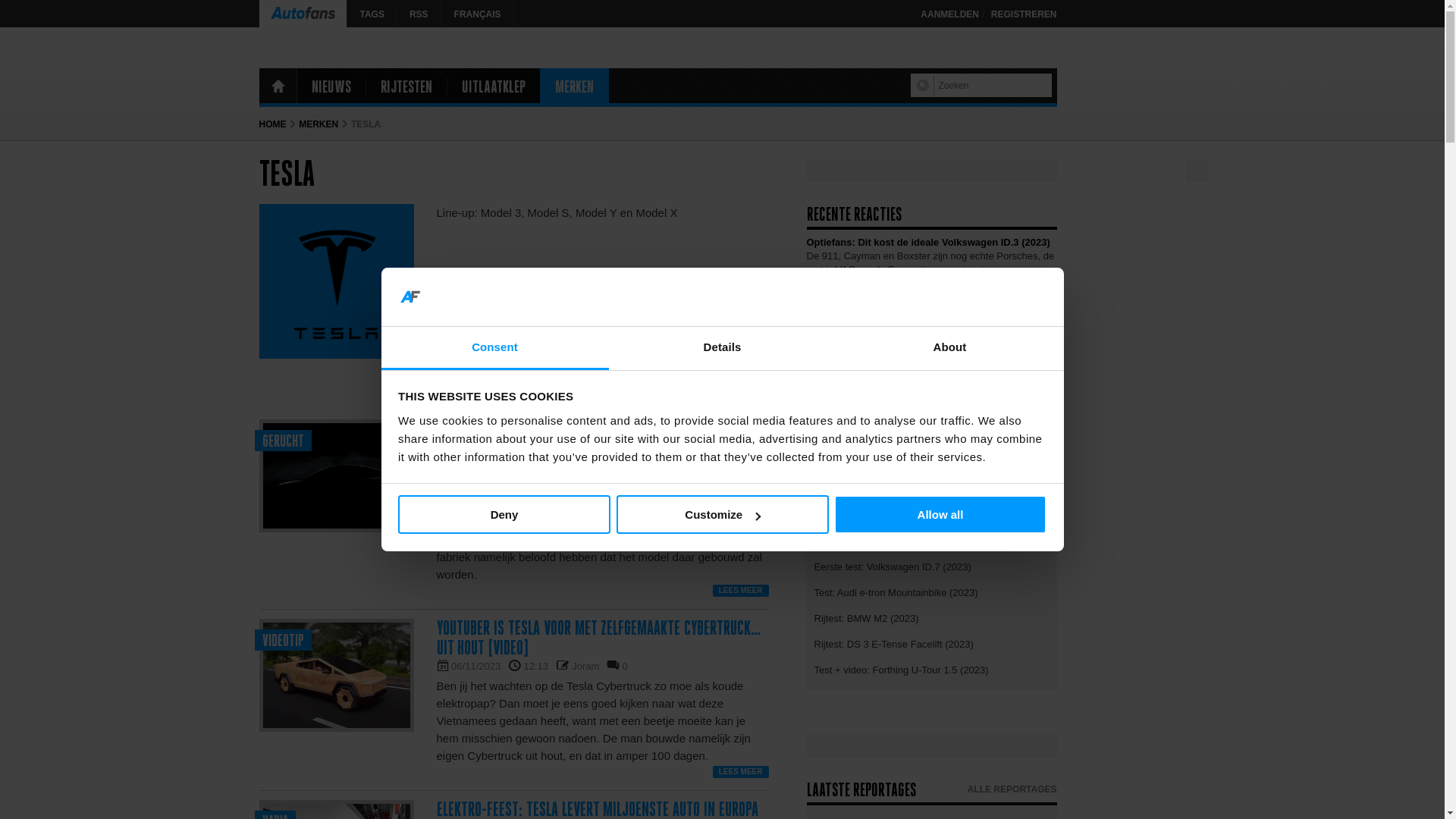 The image size is (1456, 819). I want to click on 'HOME', so click(273, 124).